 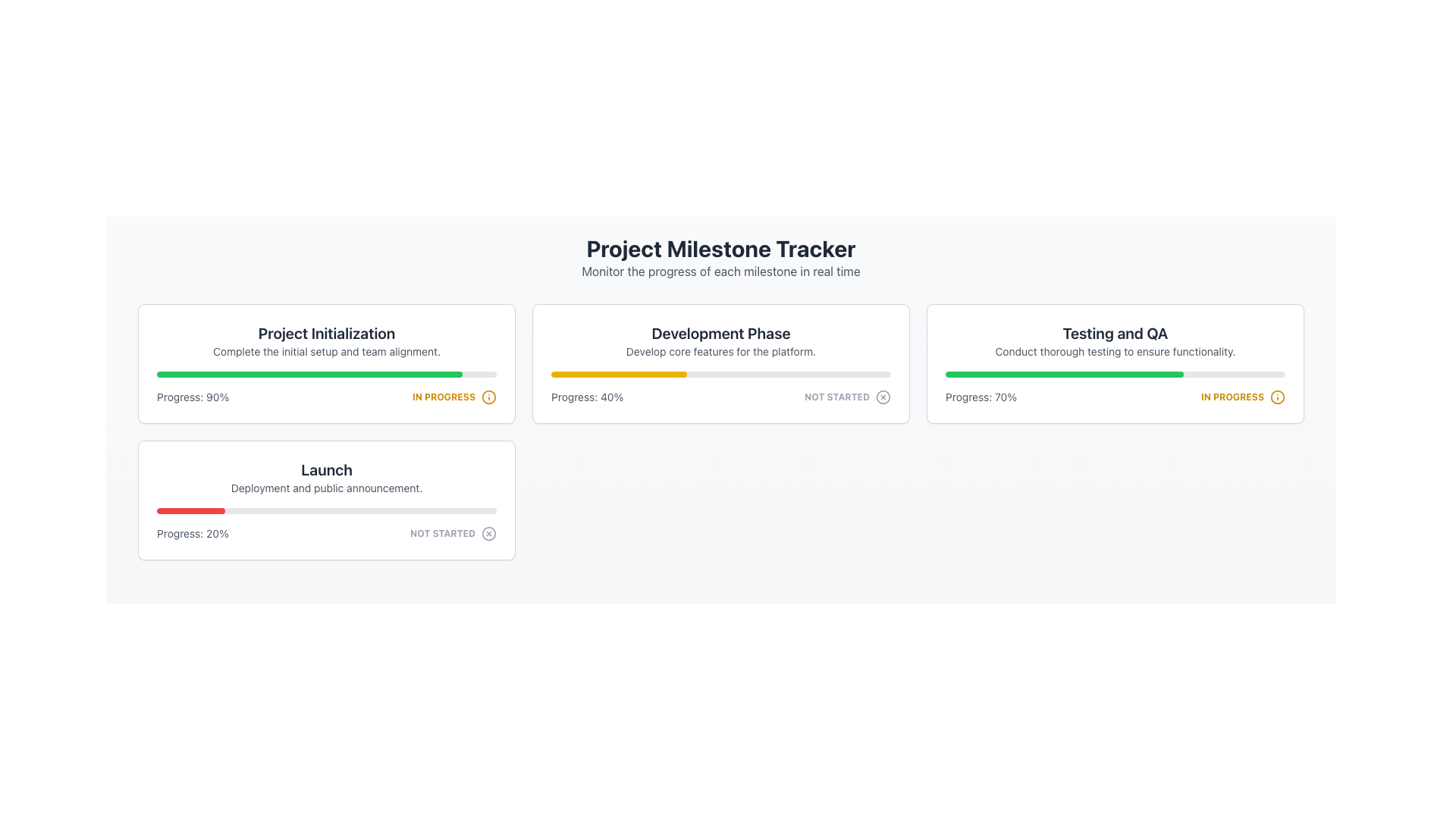 I want to click on any actionable icons that are located near the 'Development Phase' Information Card, which is centrally positioned in the second column of the project tracker interface, so click(x=720, y=363).